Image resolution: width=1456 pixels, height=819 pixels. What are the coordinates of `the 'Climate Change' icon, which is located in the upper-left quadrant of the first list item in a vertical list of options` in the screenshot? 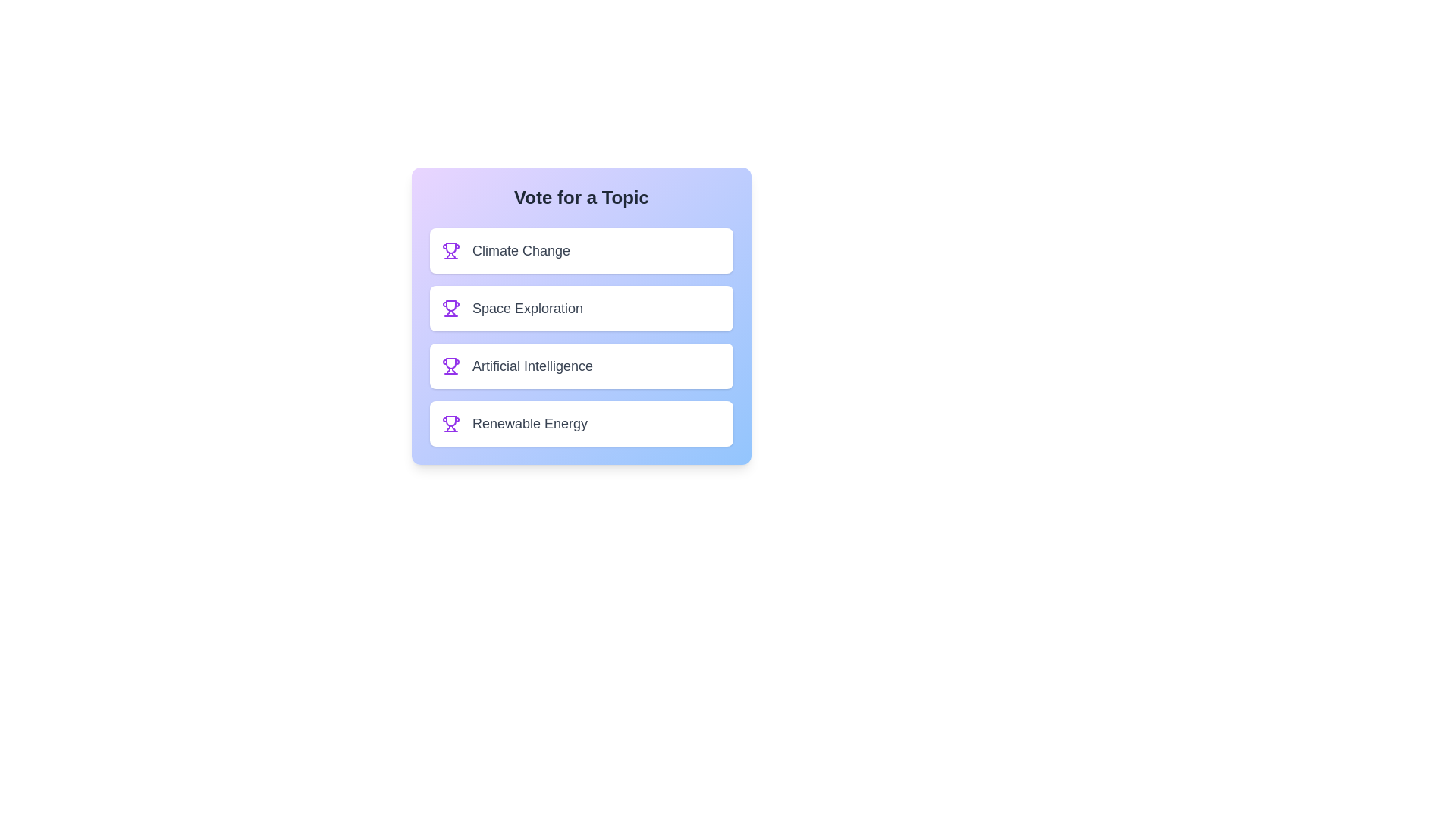 It's located at (450, 247).